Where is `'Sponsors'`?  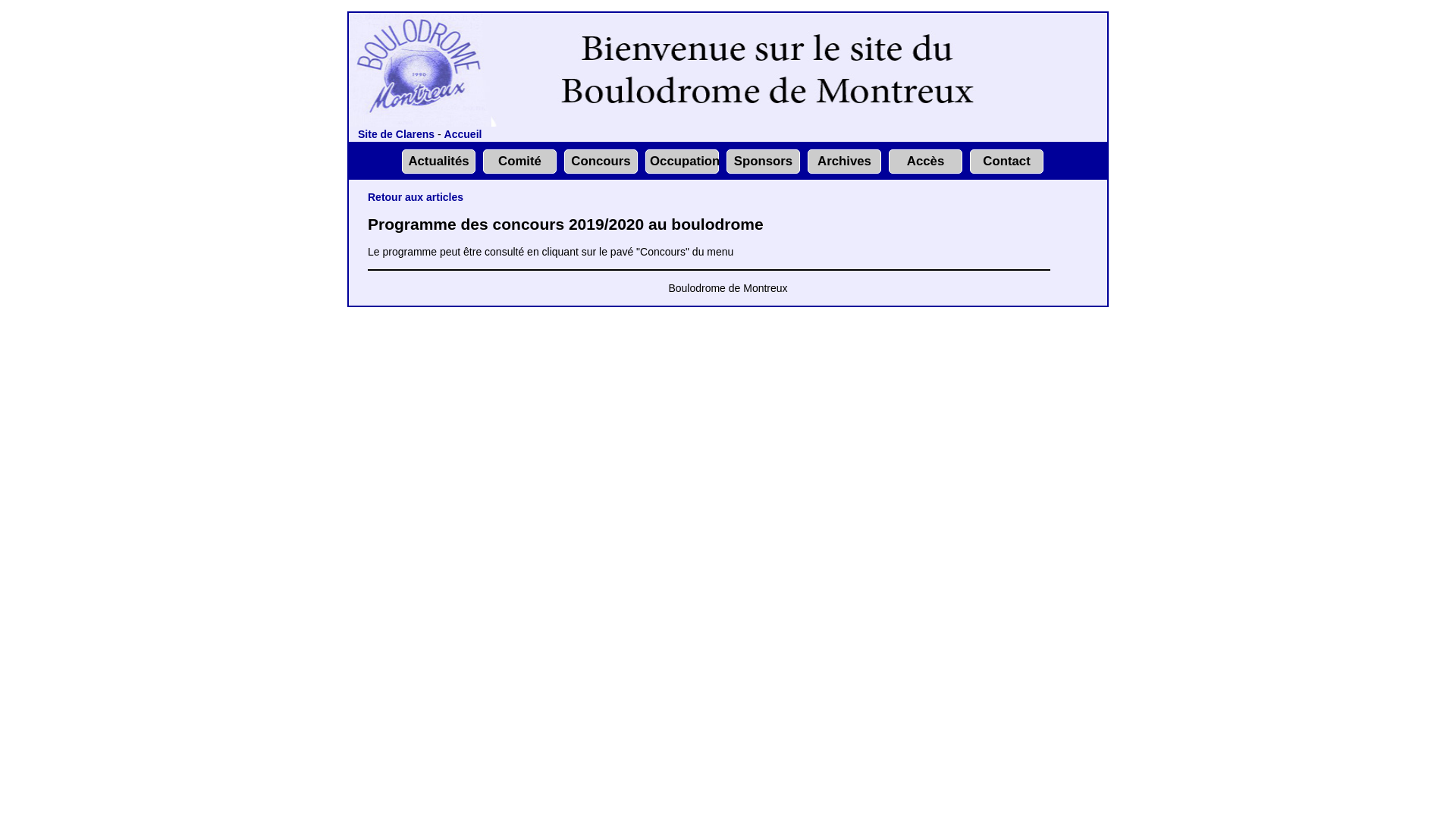 'Sponsors' is located at coordinates (763, 161).